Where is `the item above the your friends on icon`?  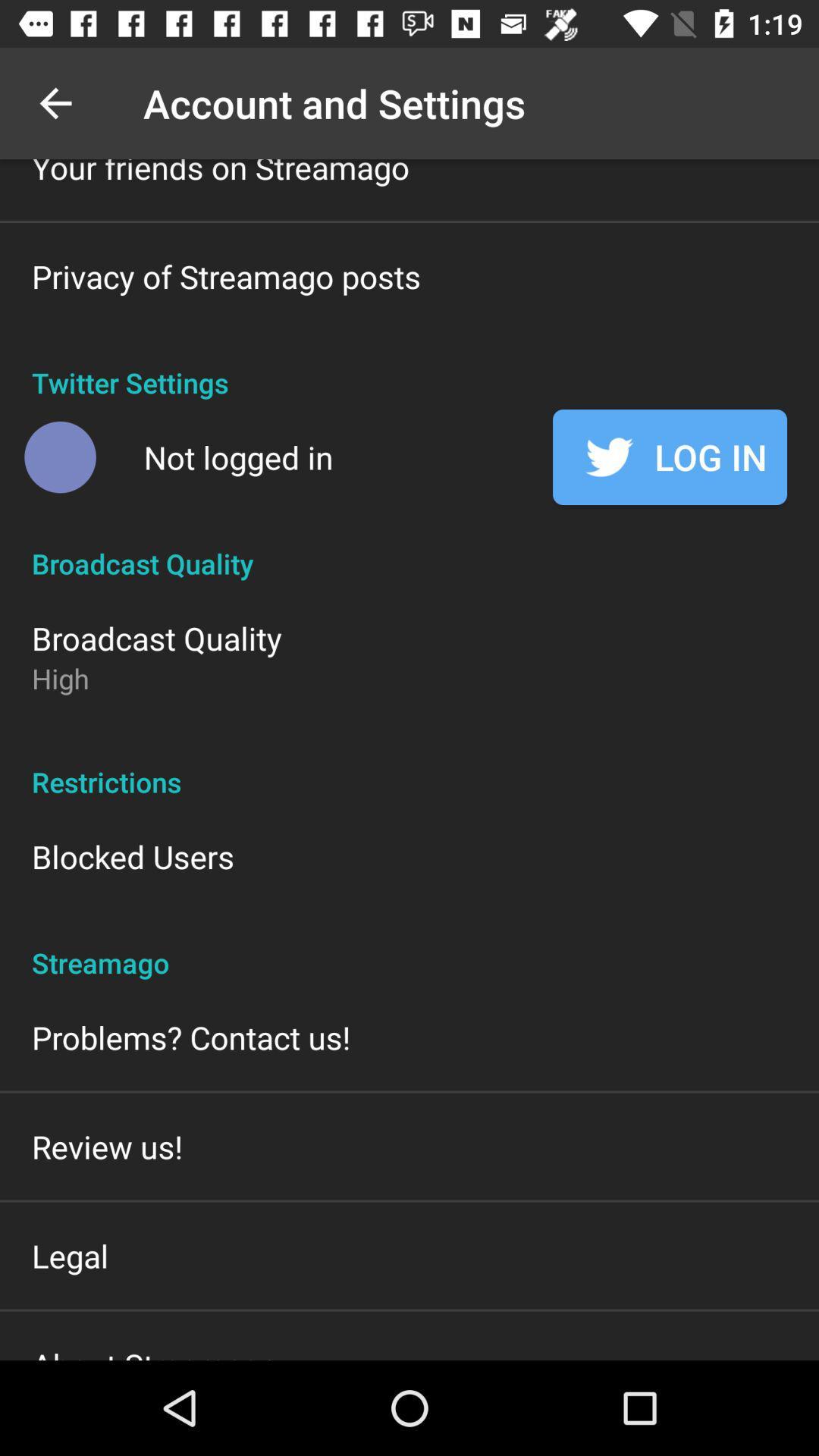 the item above the your friends on icon is located at coordinates (55, 102).